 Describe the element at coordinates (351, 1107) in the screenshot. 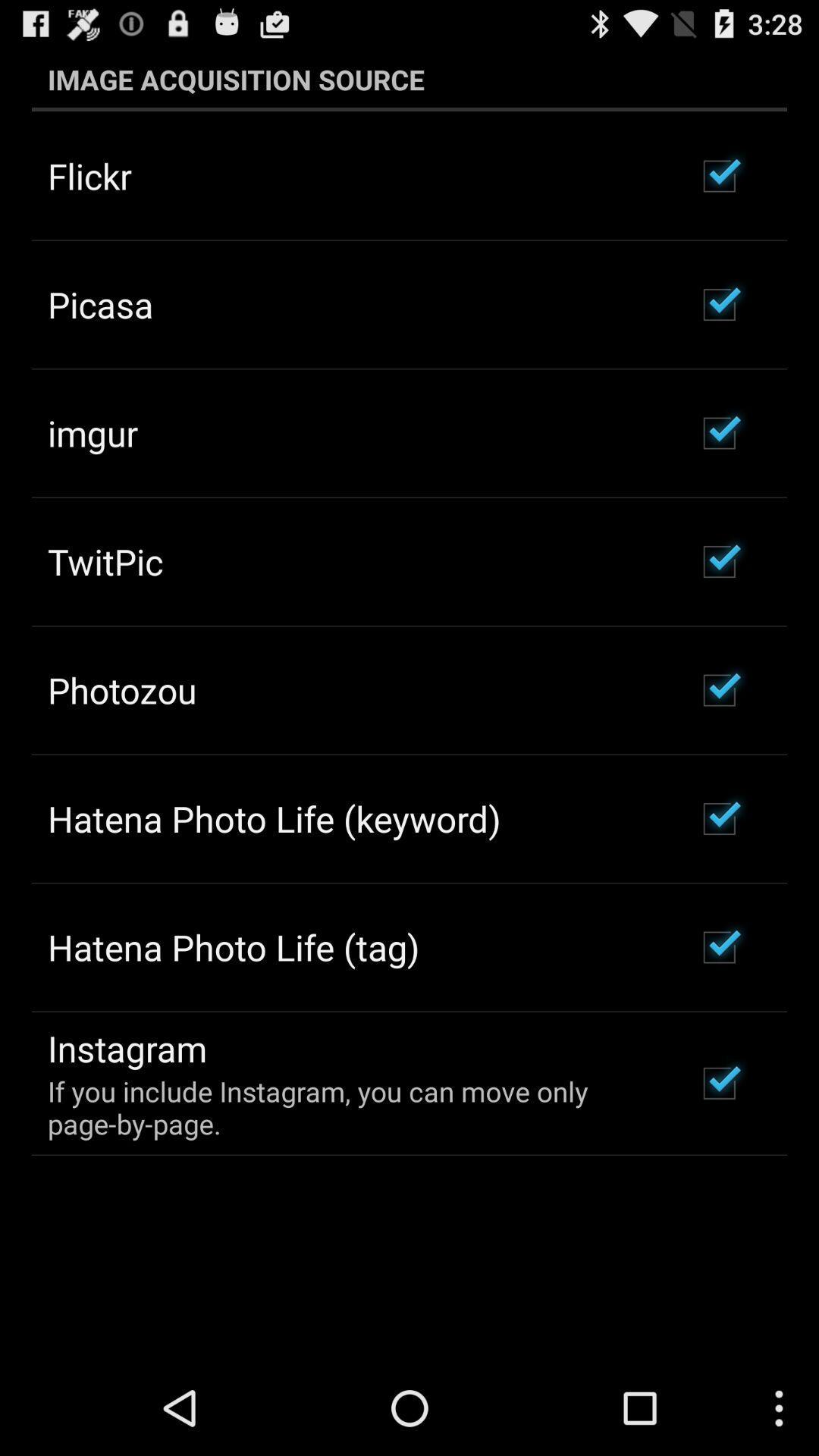

I see `if you include icon` at that location.